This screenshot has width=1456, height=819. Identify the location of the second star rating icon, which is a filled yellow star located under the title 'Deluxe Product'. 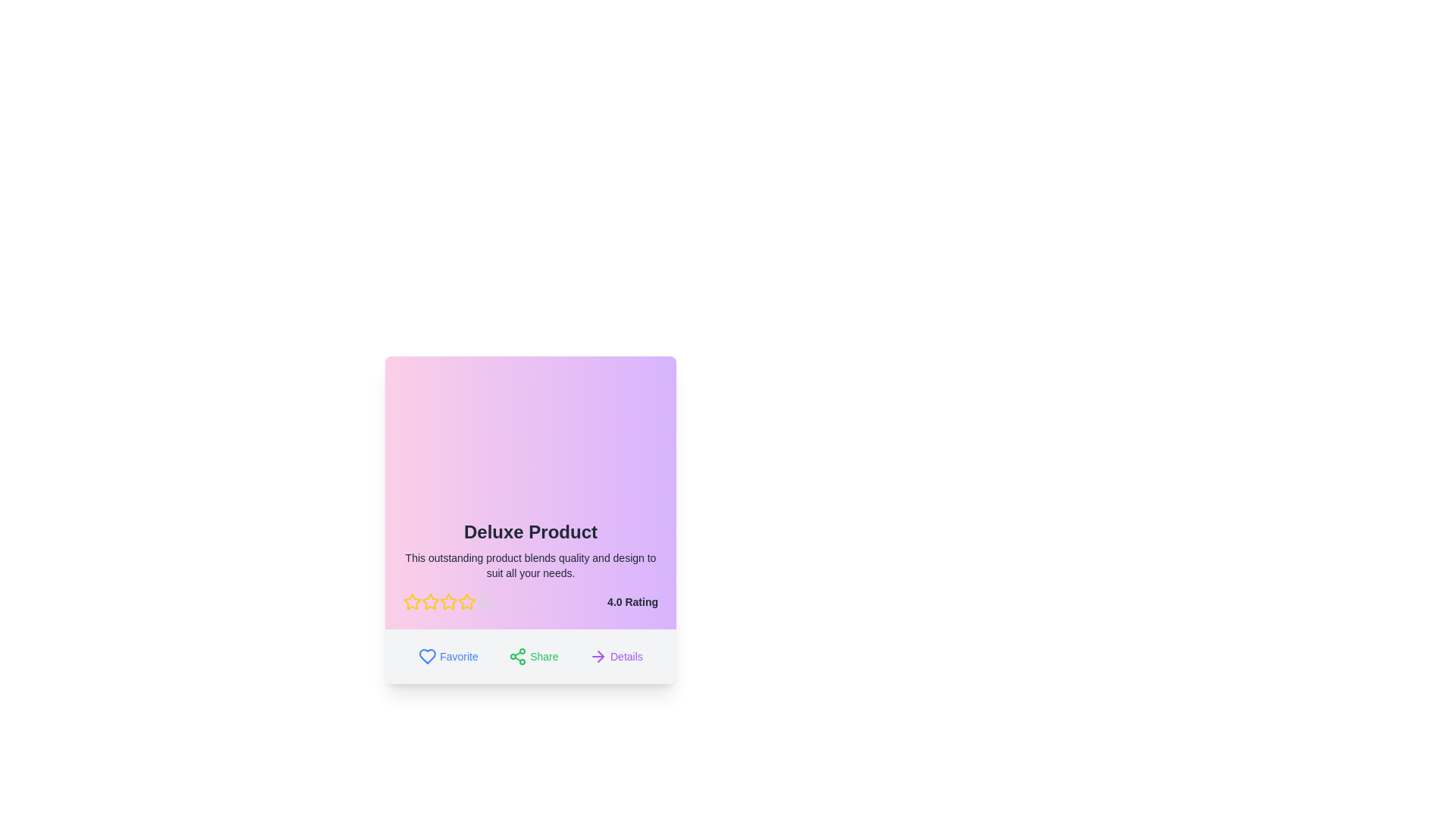
(447, 601).